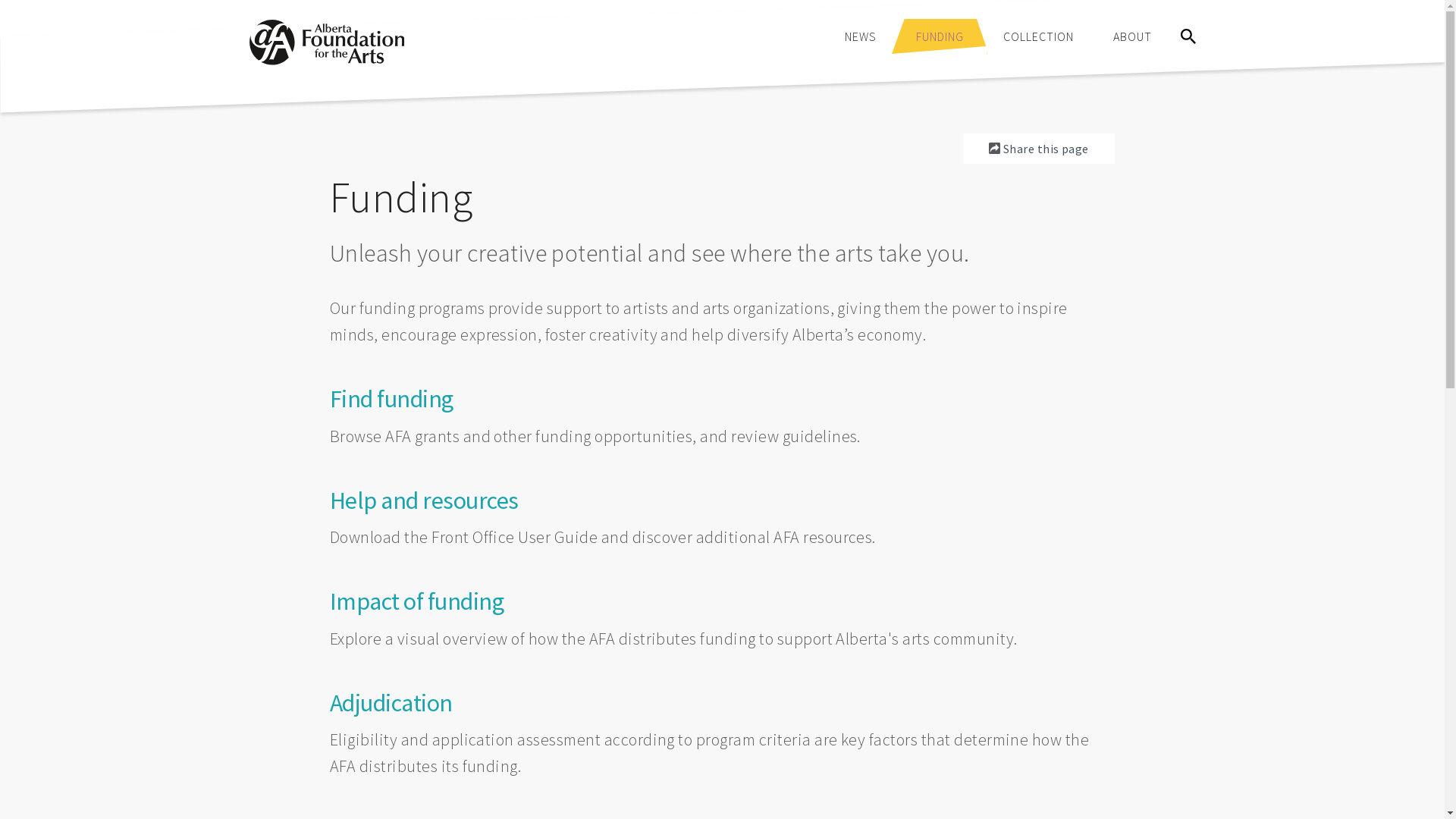  Describe the element at coordinates (860, 35) in the screenshot. I see `'NEWS'` at that location.